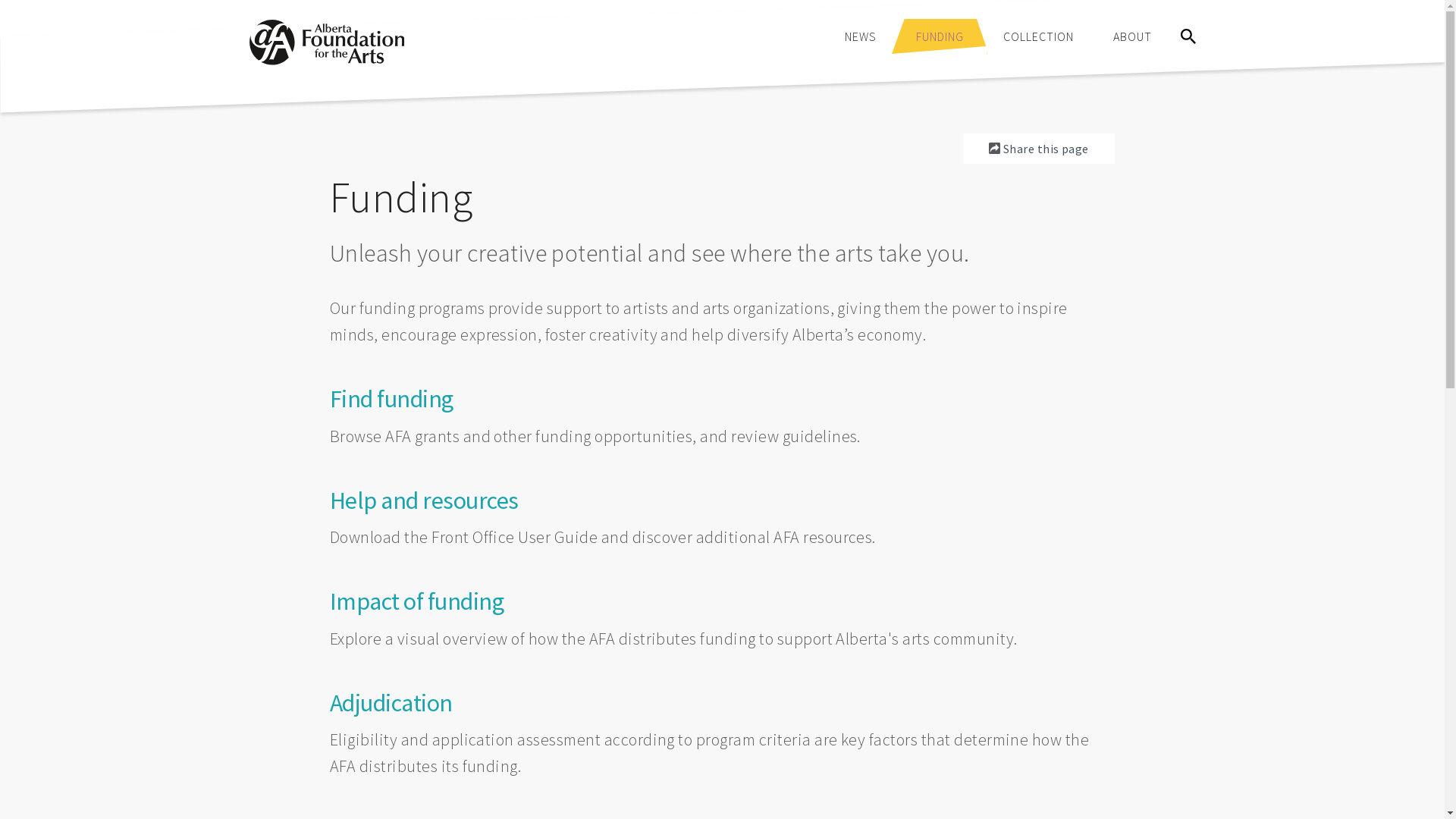  Describe the element at coordinates (860, 35) in the screenshot. I see `'NEWS'` at that location.